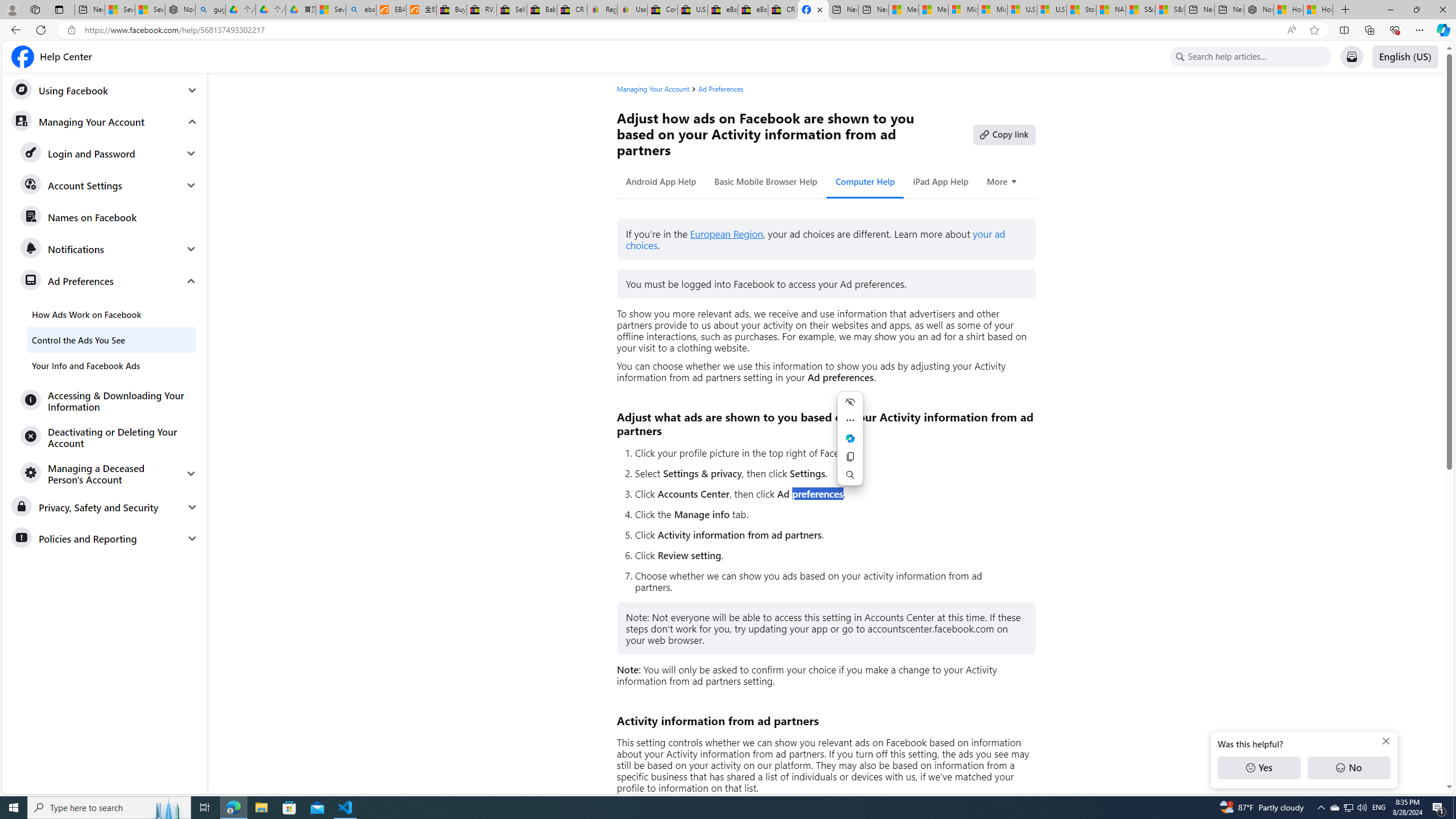  I want to click on 'Register: Create a personal eBay account', so click(601, 9).